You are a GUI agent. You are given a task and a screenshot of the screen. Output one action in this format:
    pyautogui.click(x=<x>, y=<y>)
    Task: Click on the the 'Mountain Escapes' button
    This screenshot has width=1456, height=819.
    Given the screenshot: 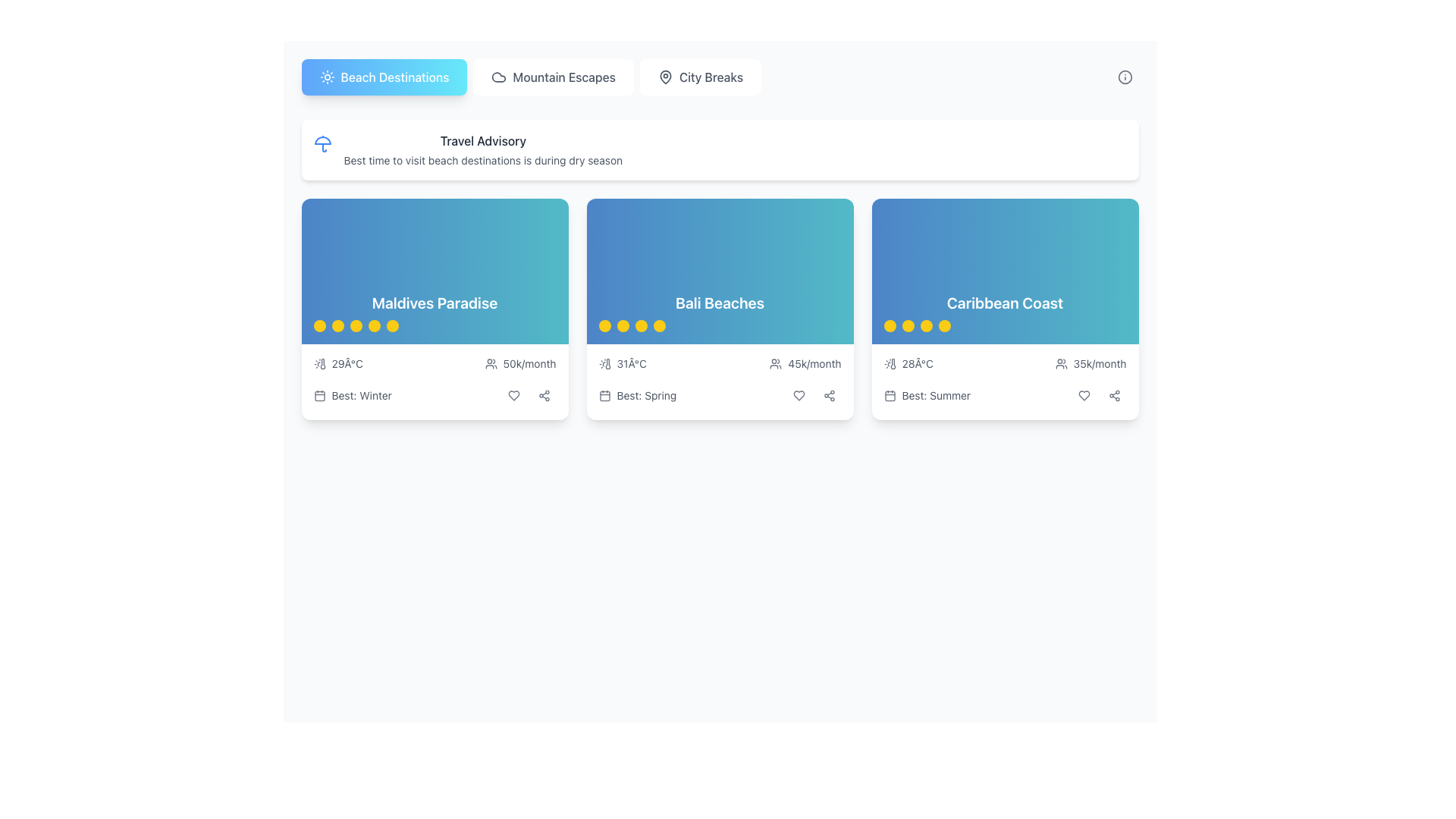 What is the action you would take?
    pyautogui.click(x=553, y=77)
    